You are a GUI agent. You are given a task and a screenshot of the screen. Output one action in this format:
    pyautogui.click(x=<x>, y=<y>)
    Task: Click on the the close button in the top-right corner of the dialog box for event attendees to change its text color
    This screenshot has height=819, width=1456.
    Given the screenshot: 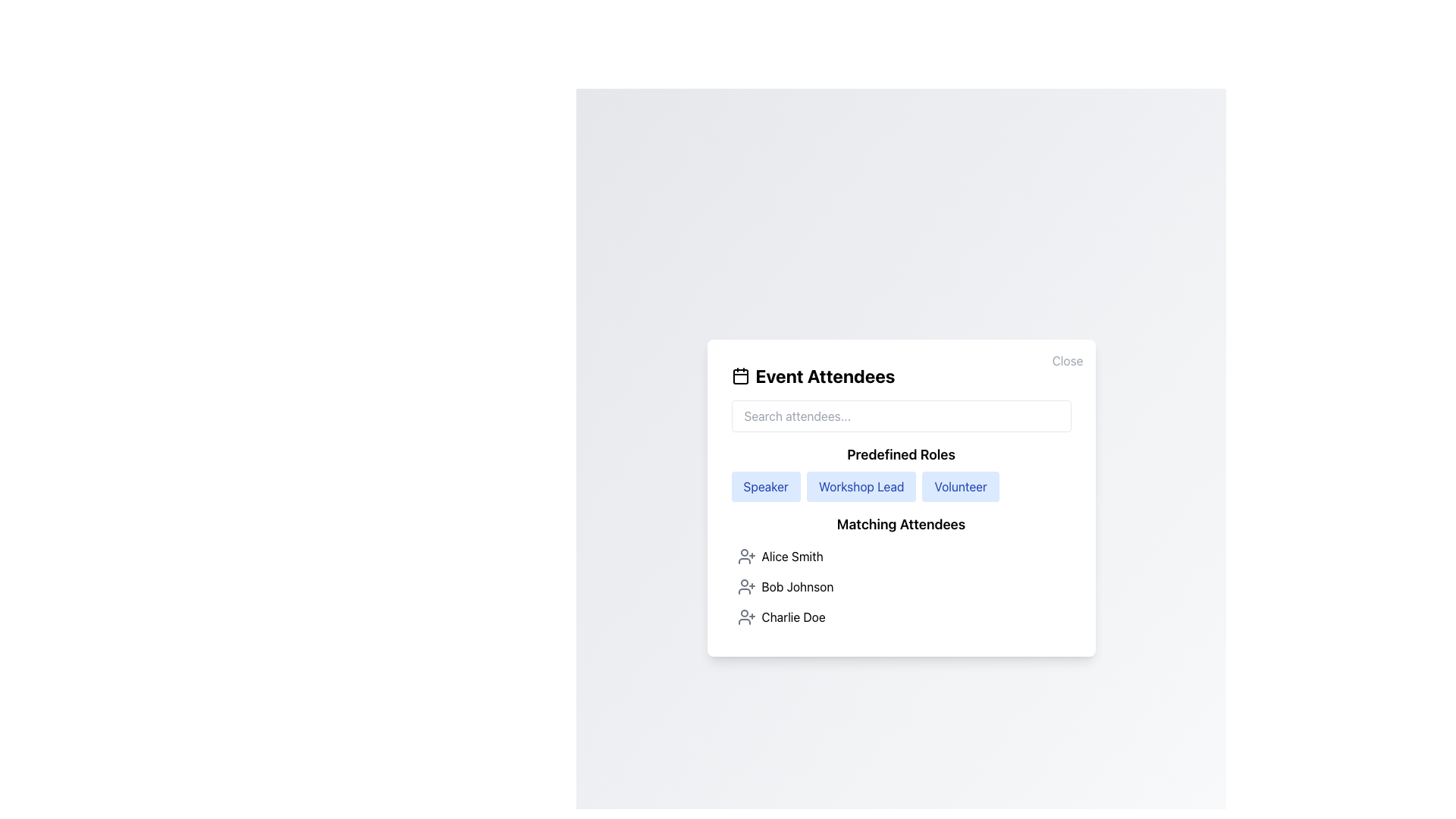 What is the action you would take?
    pyautogui.click(x=1067, y=360)
    